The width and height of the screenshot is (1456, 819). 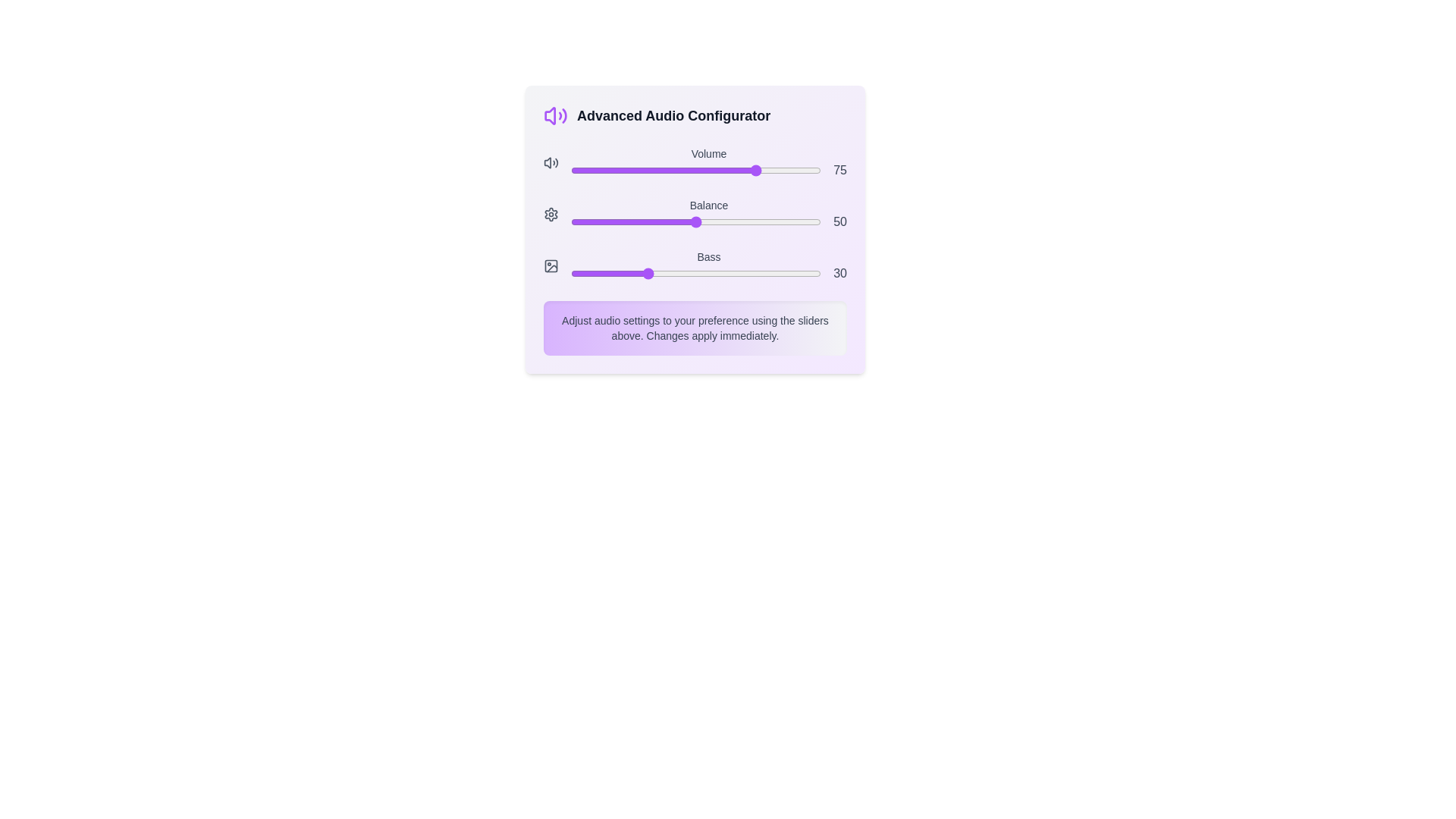 I want to click on the Bass slider to 26, so click(x=635, y=274).